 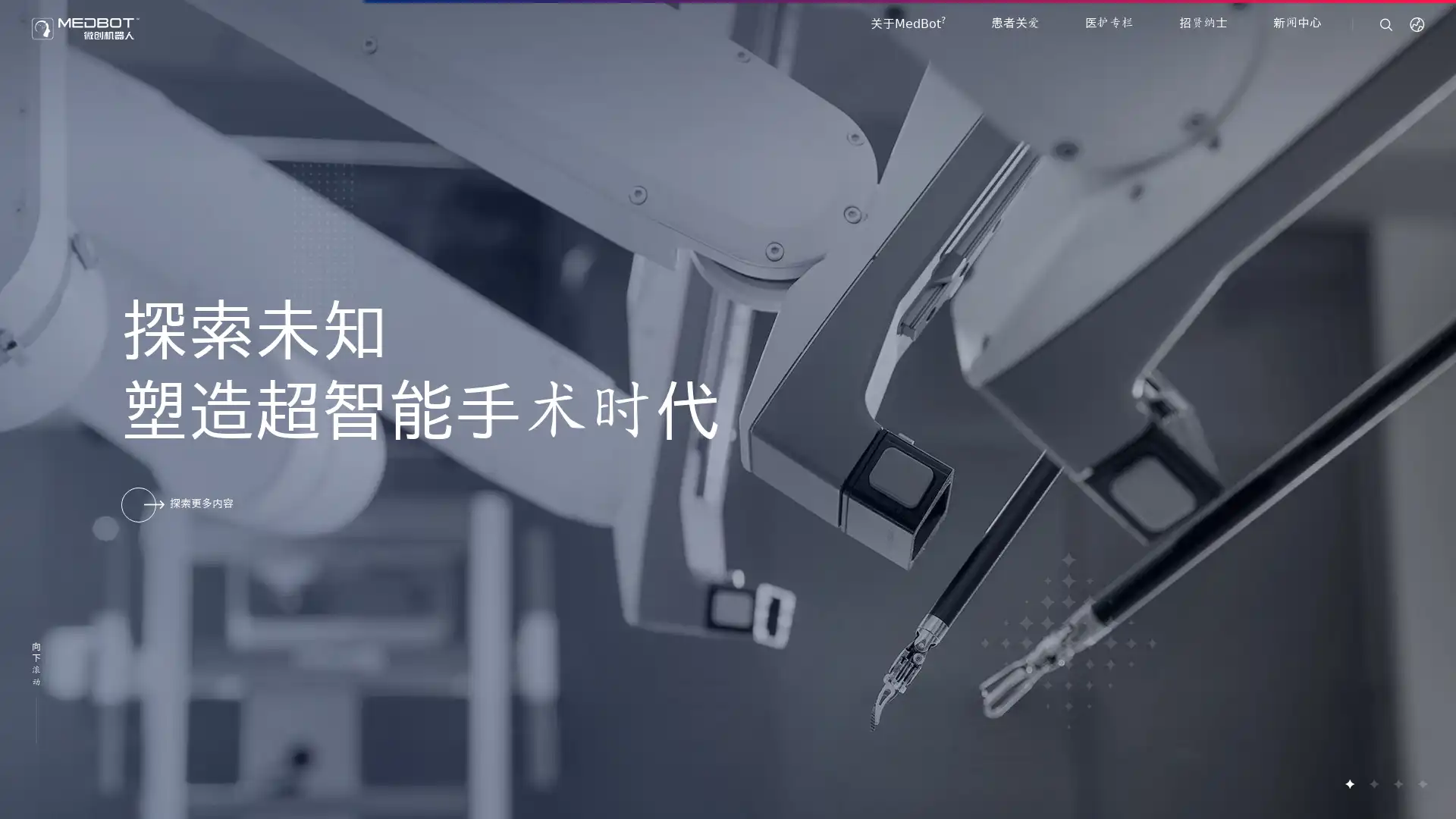 I want to click on Go to slide 1, so click(x=1349, y=783).